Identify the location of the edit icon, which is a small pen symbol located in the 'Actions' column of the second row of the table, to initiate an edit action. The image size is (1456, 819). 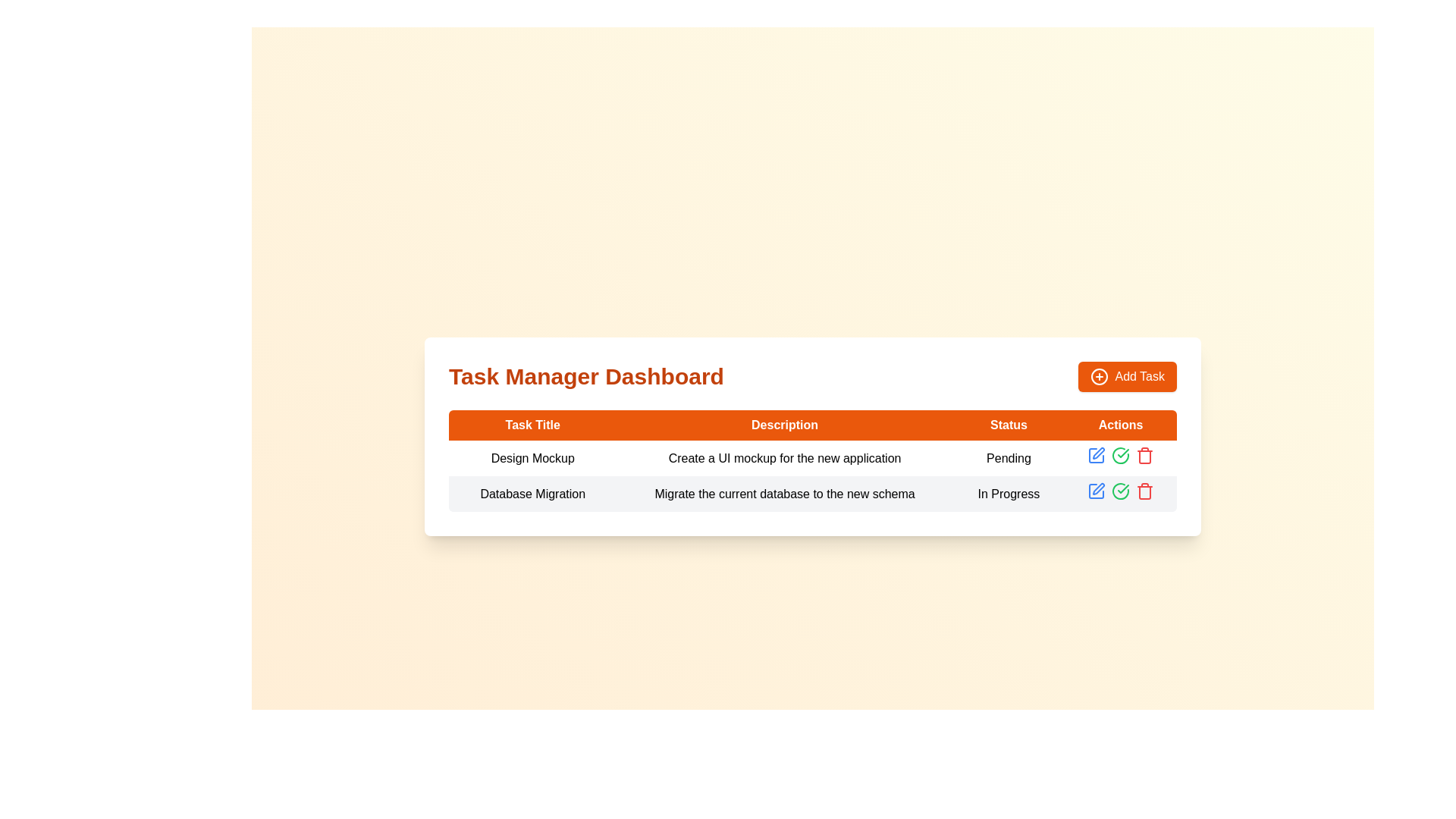
(1099, 488).